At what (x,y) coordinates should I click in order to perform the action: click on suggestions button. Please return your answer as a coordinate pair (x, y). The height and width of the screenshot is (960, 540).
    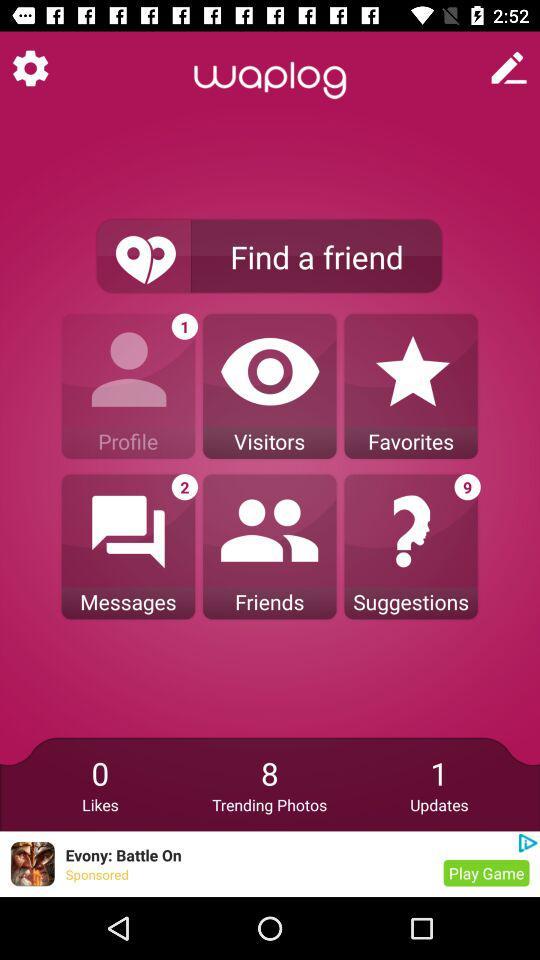
    Looking at the image, I should click on (410, 547).